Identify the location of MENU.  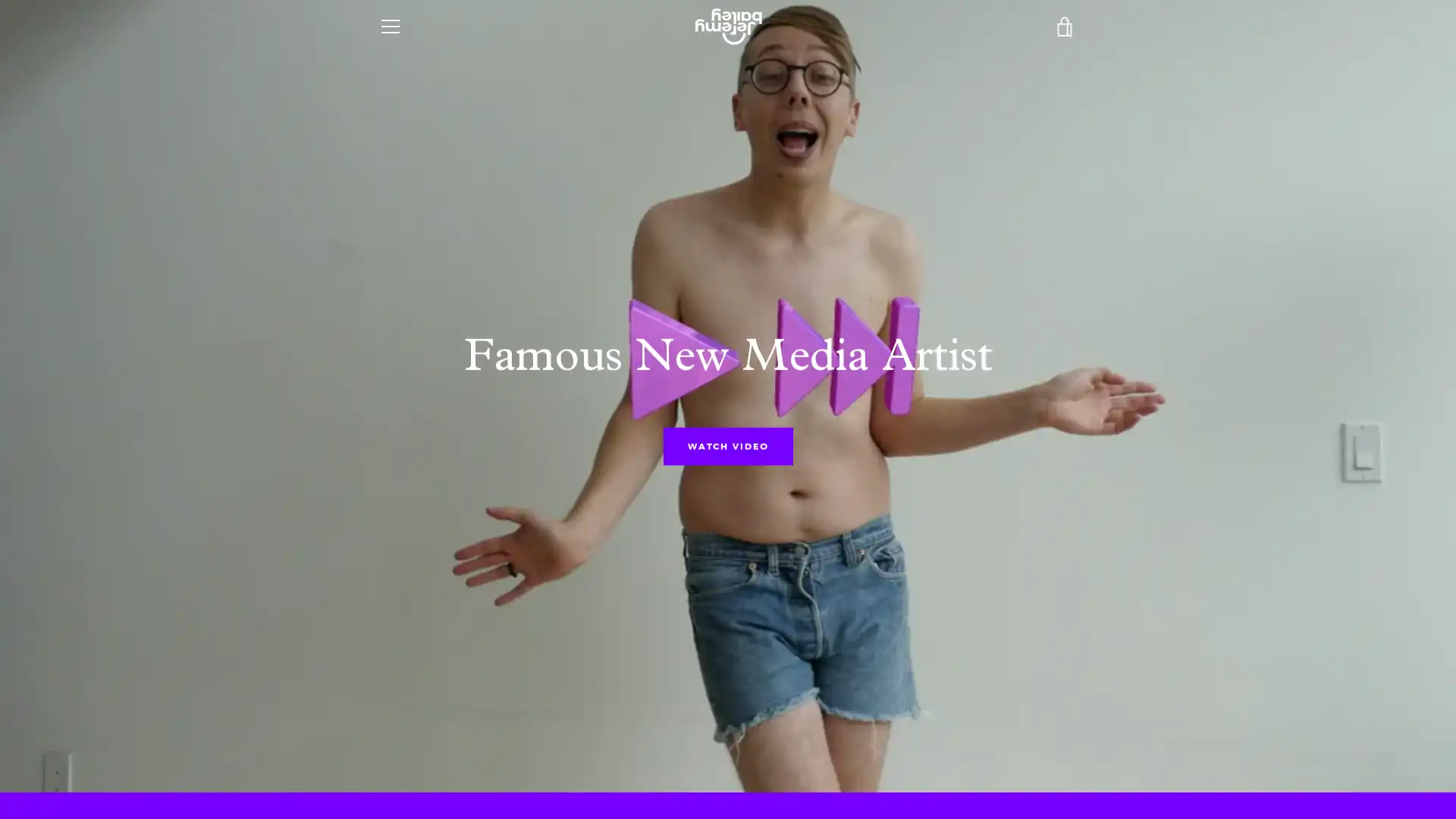
(390, 26).